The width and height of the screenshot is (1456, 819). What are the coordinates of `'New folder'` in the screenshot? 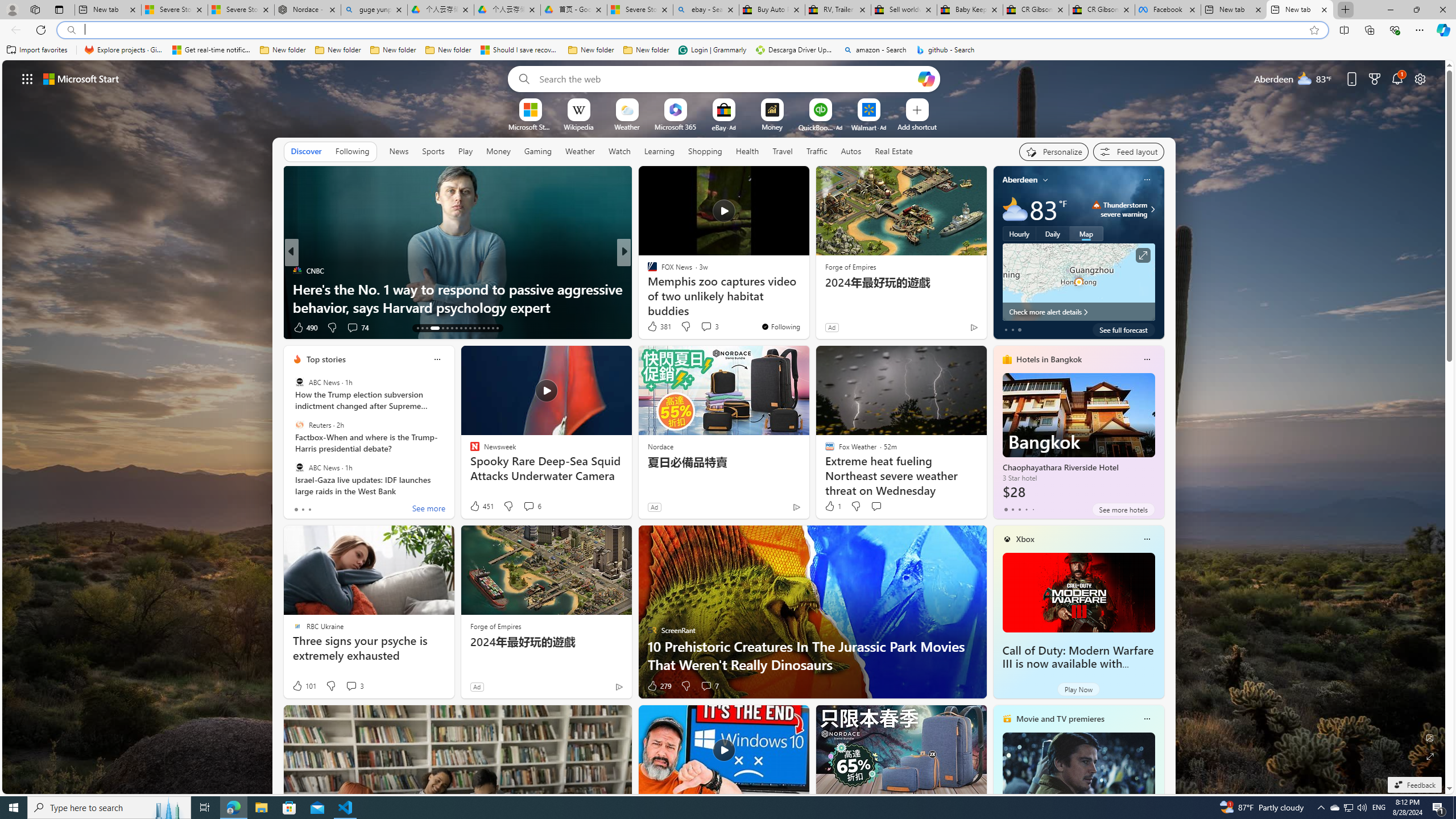 It's located at (646, 49).